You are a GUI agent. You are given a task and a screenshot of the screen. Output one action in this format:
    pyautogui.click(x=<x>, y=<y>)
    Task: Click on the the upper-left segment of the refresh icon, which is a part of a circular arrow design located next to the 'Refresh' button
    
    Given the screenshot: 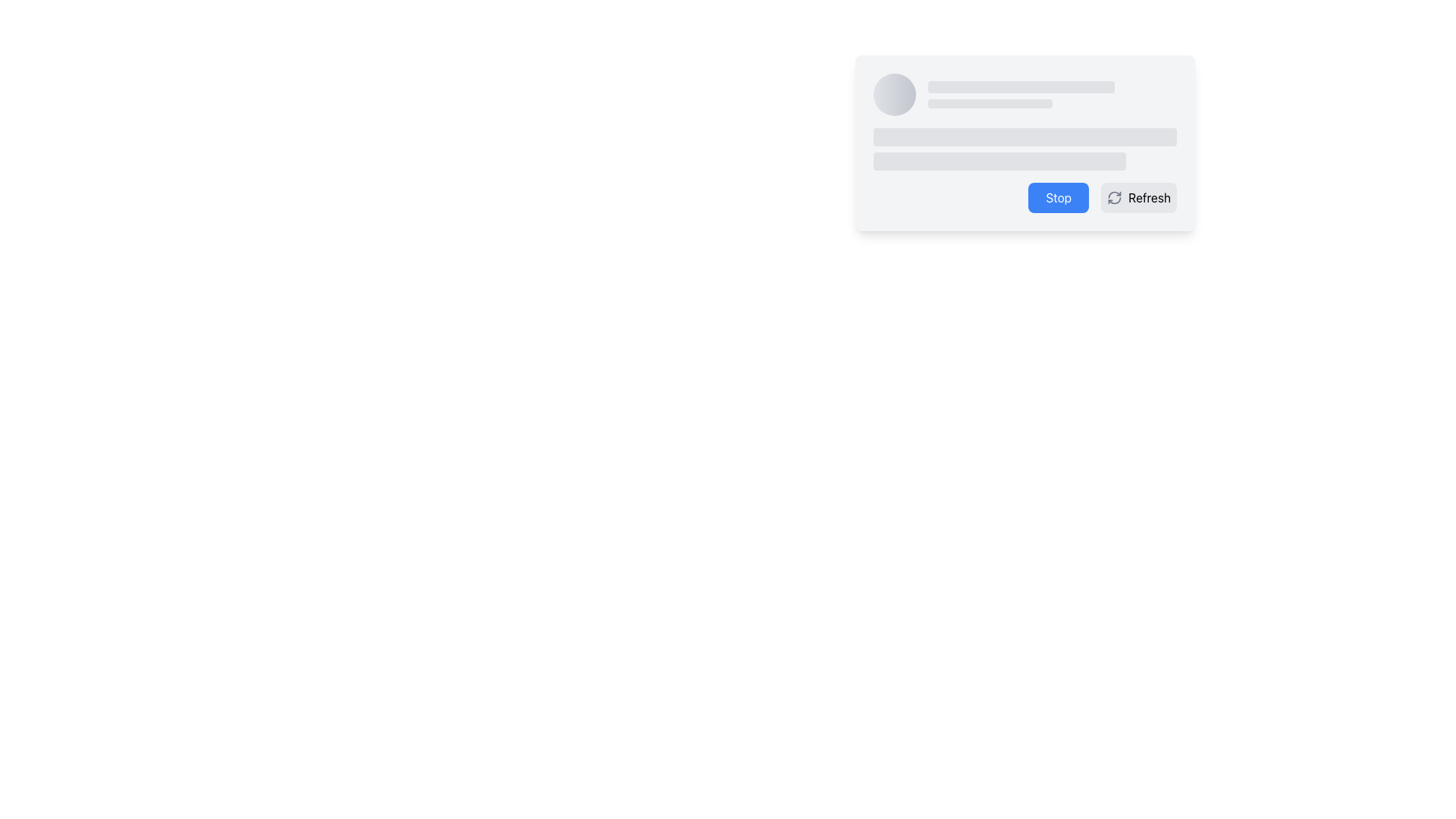 What is the action you would take?
    pyautogui.click(x=1115, y=194)
    